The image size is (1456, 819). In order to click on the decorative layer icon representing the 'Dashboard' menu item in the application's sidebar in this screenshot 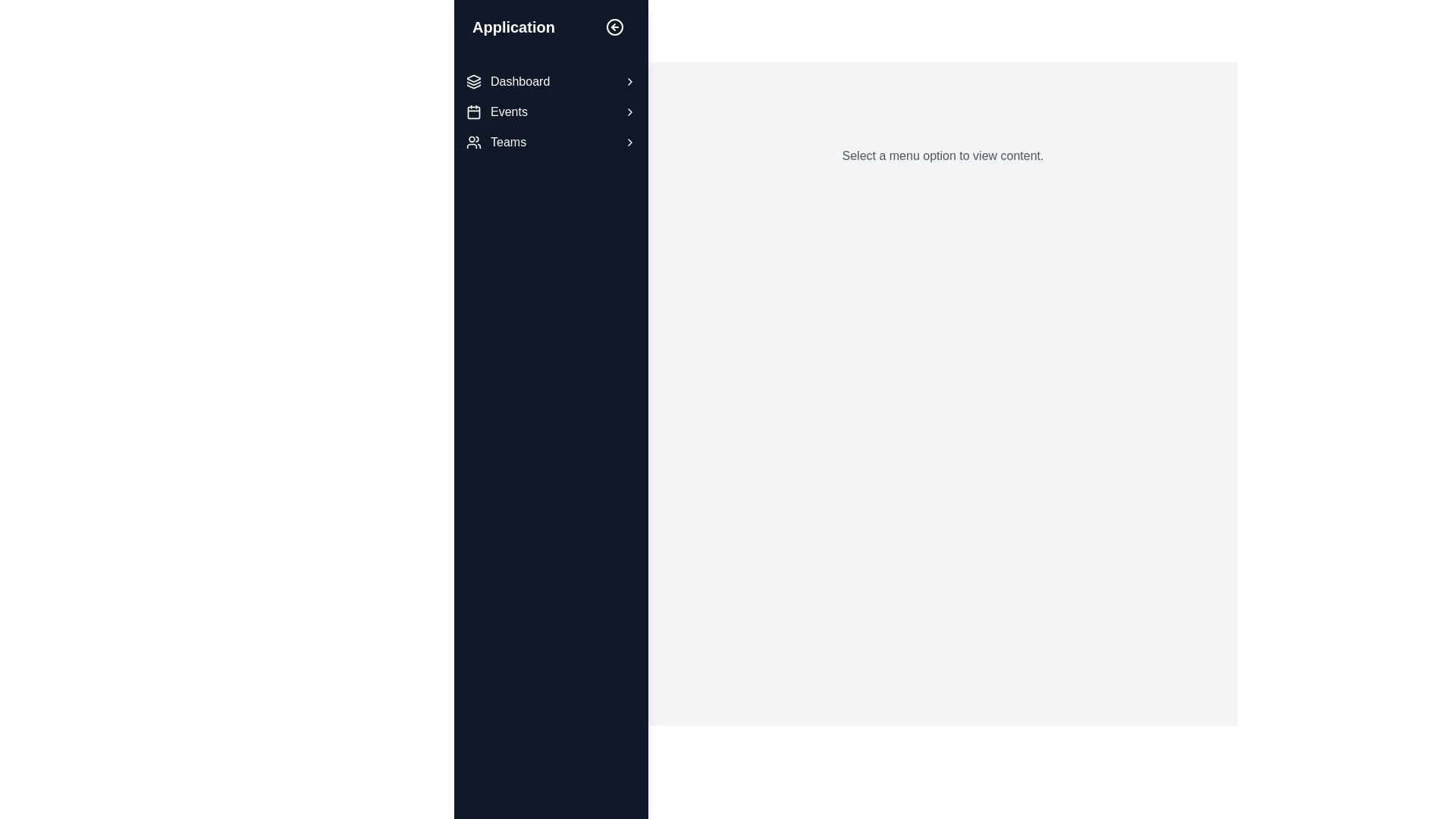, I will do `click(472, 78)`.